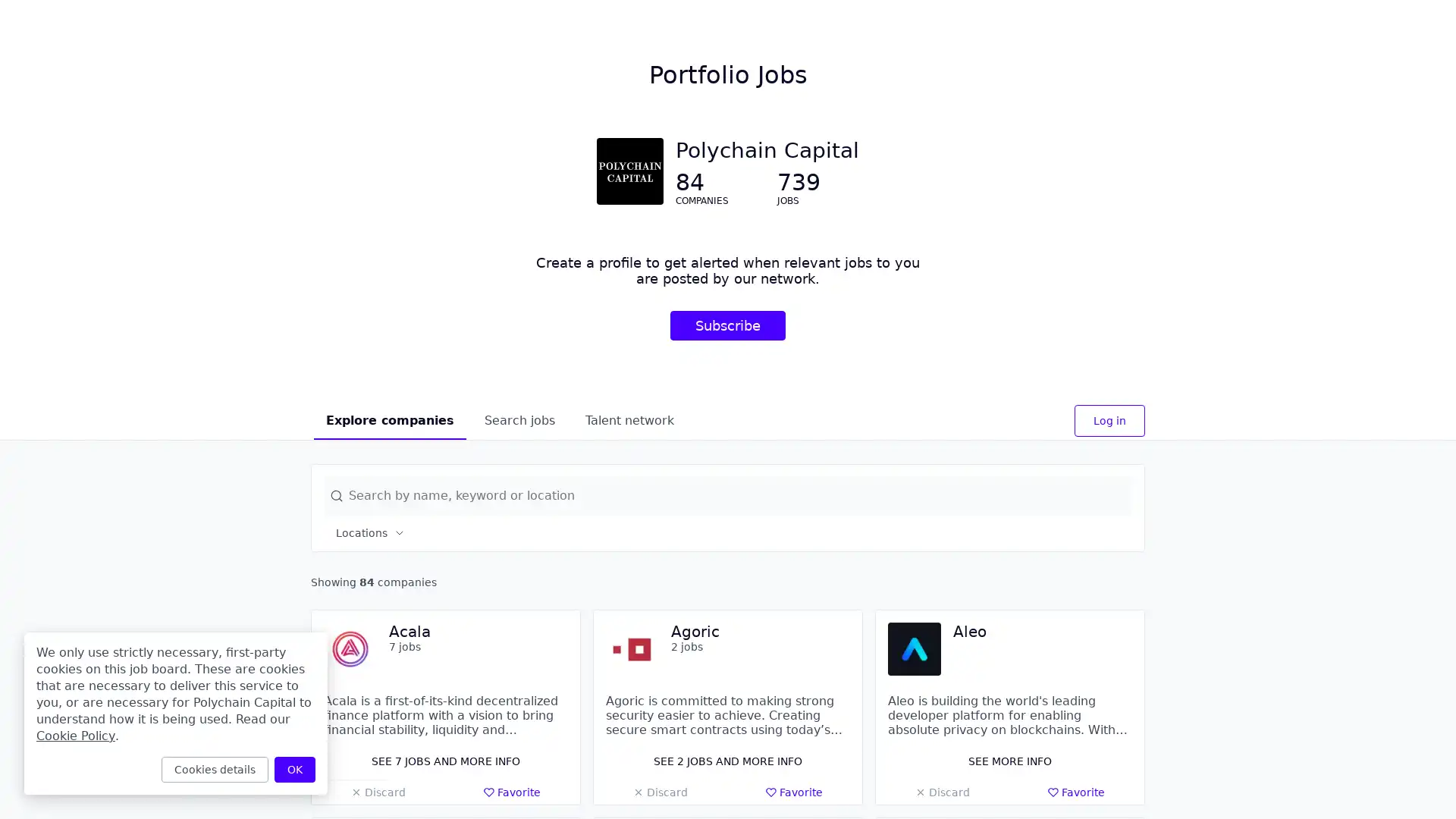 The width and height of the screenshot is (1456, 819). Describe the element at coordinates (214, 769) in the screenshot. I see `Cookies details` at that location.